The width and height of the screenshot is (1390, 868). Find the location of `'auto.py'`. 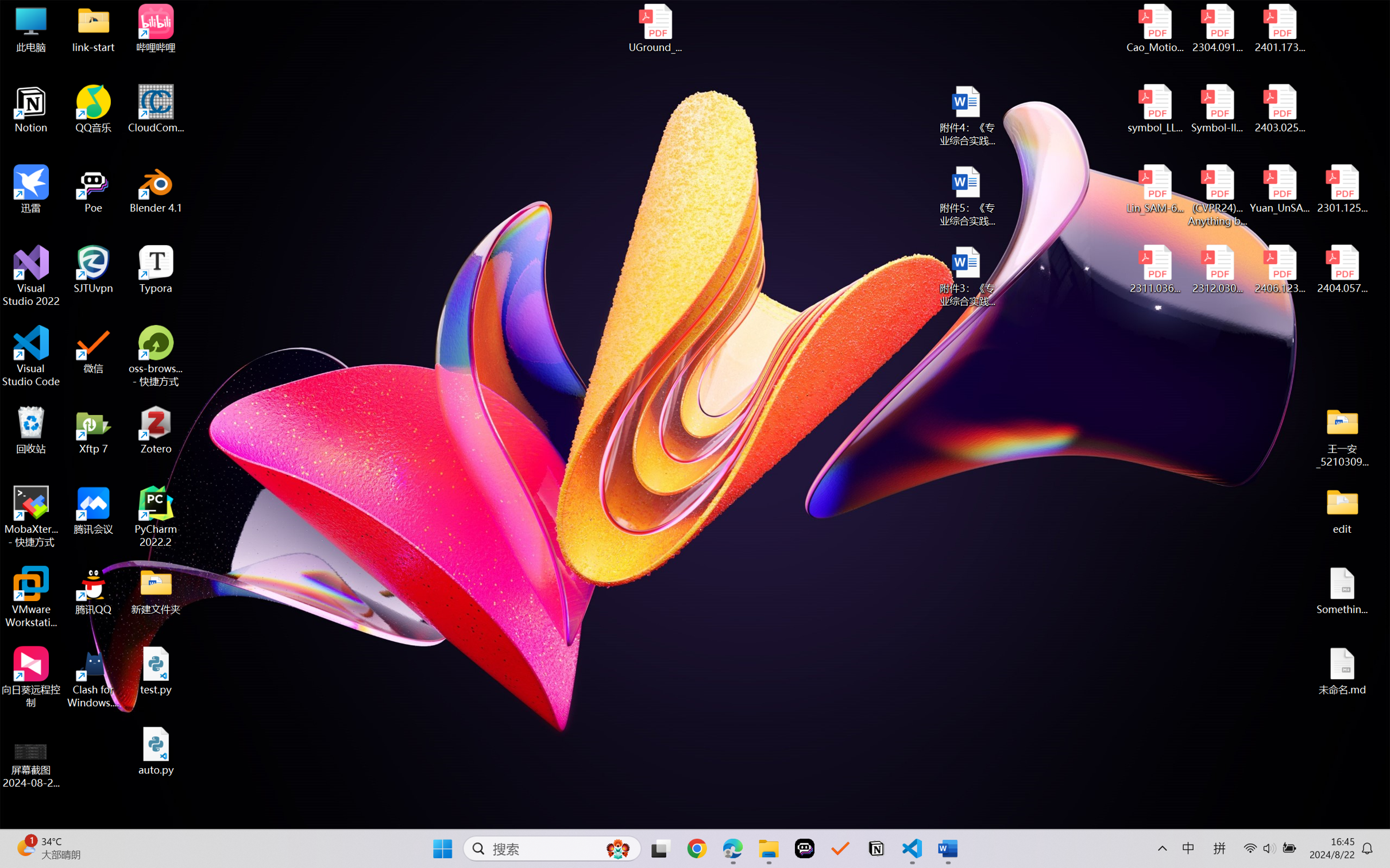

'auto.py' is located at coordinates (156, 751).